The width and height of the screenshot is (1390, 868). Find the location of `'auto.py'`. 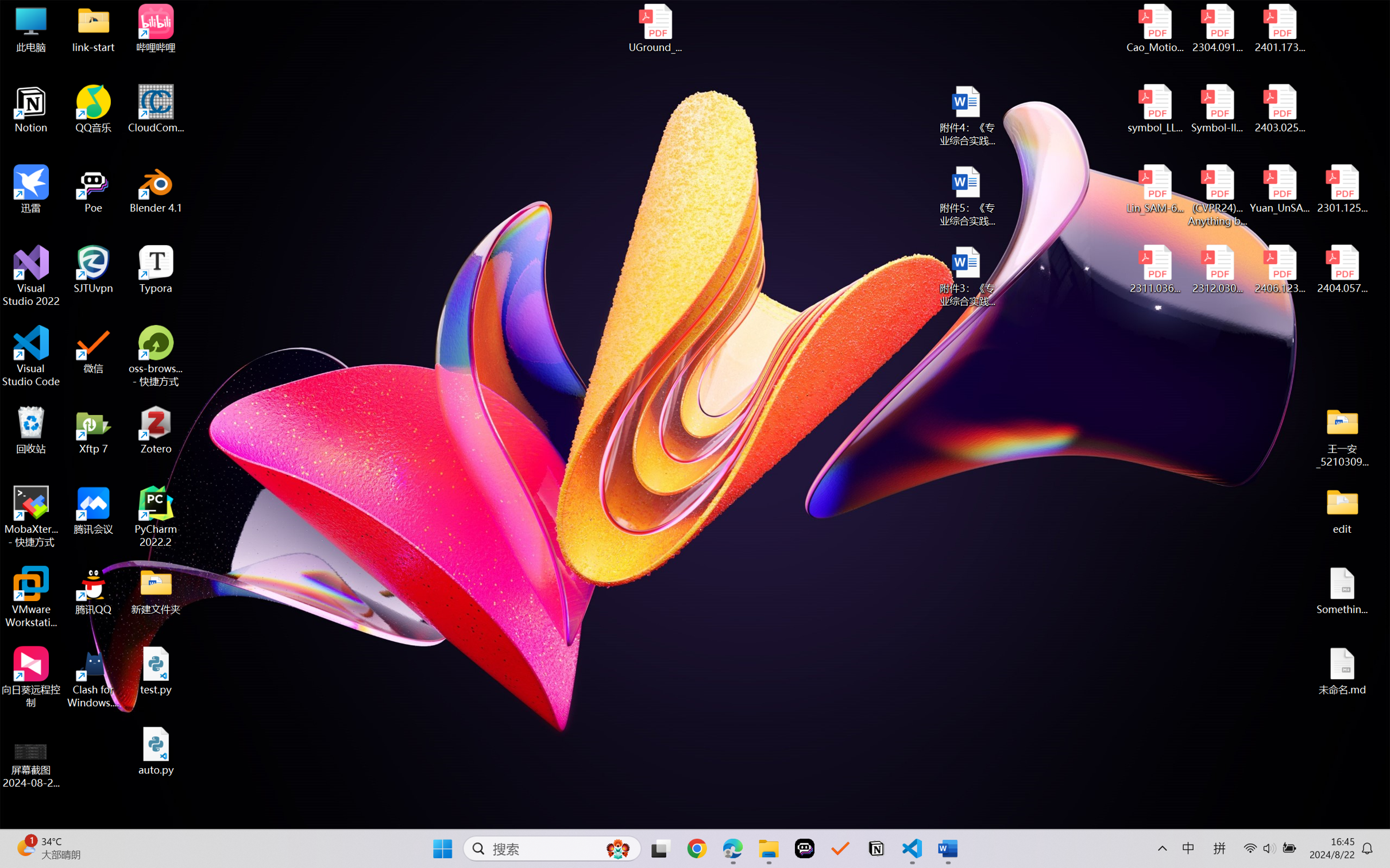

'auto.py' is located at coordinates (156, 751).